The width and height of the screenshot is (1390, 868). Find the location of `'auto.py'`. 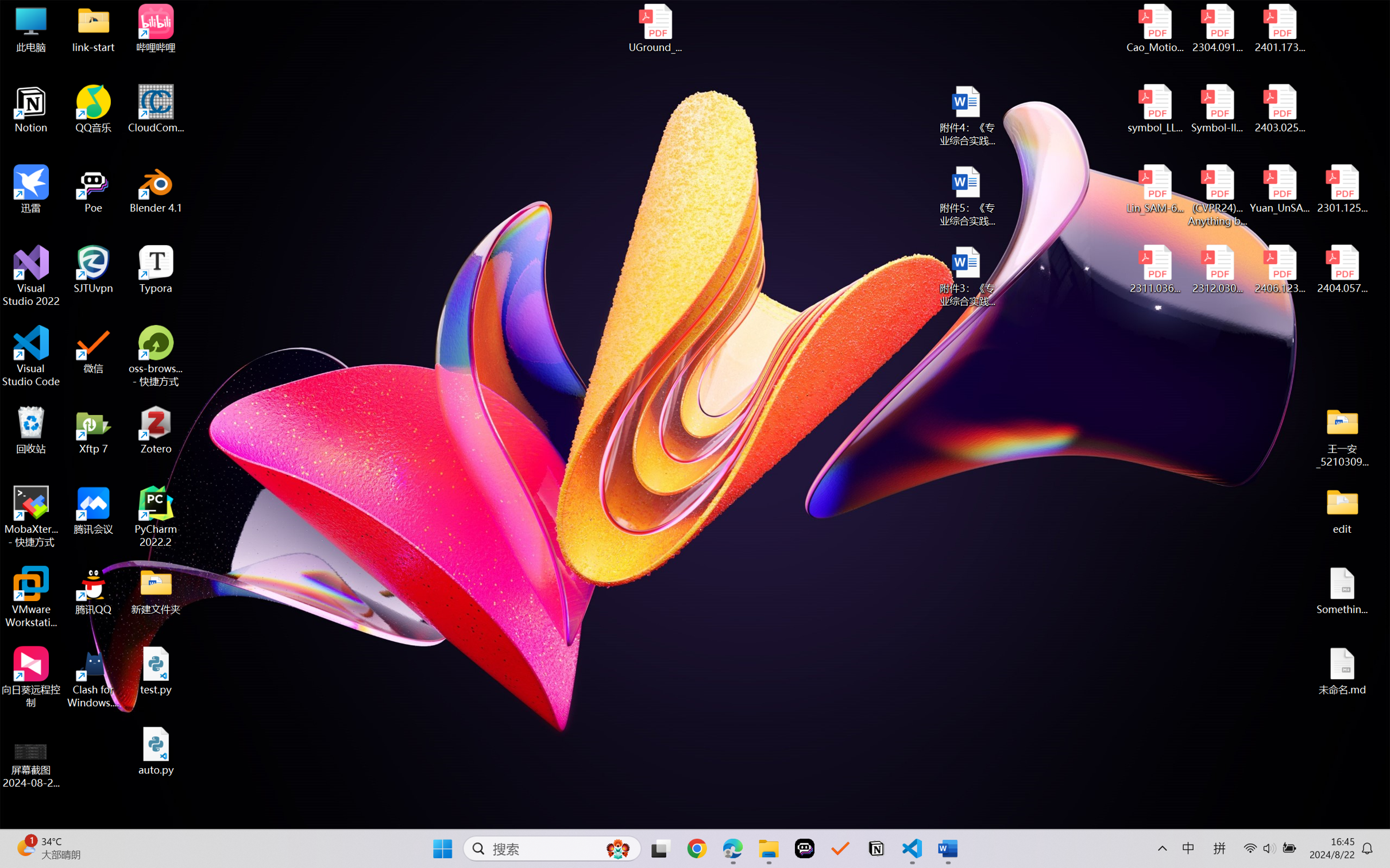

'auto.py' is located at coordinates (156, 751).